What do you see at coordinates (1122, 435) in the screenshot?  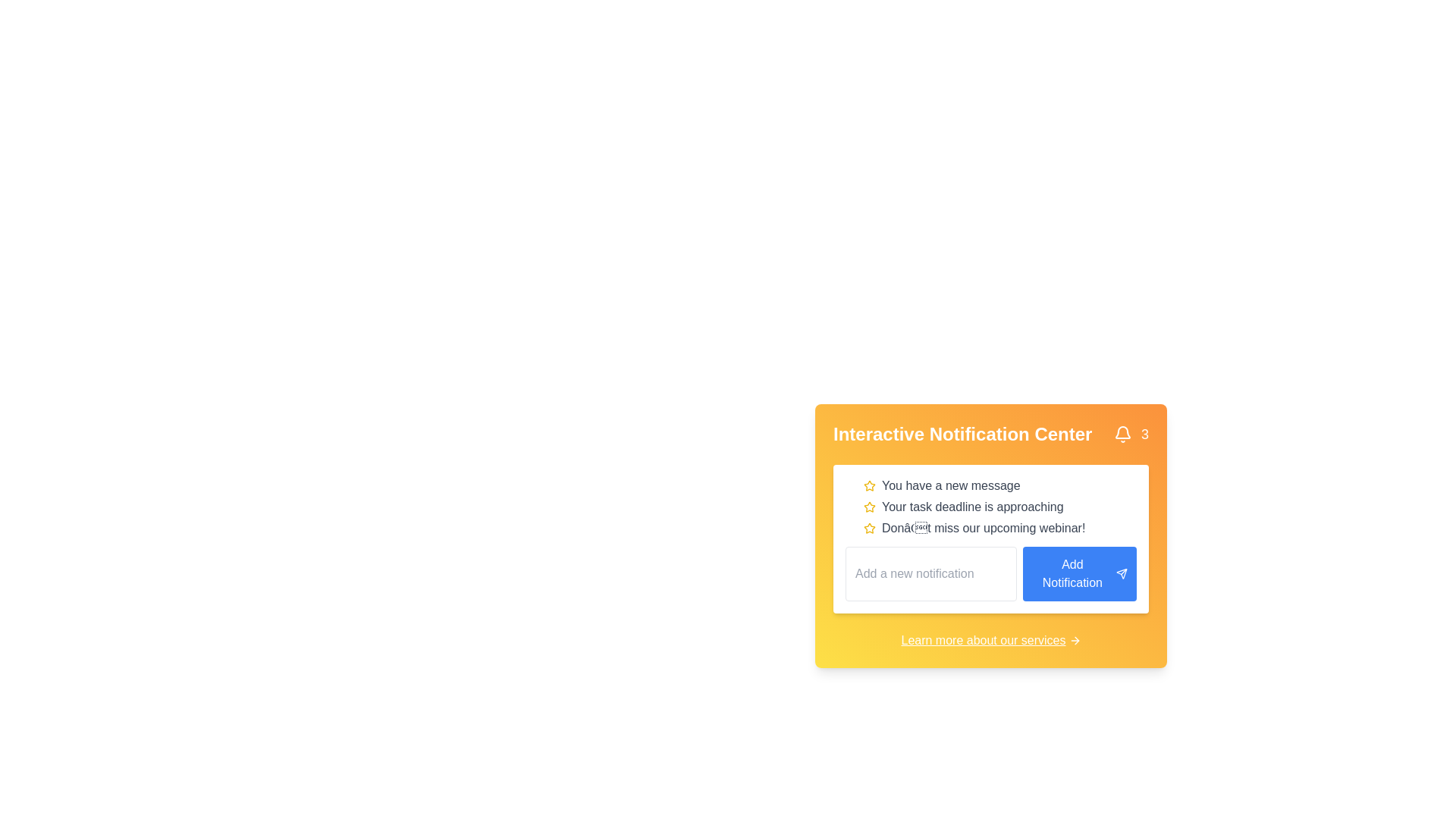 I see `the white bell SVG icon located in the top-right corner of the notification section, which is positioned to the left of the number '3'` at bounding box center [1122, 435].